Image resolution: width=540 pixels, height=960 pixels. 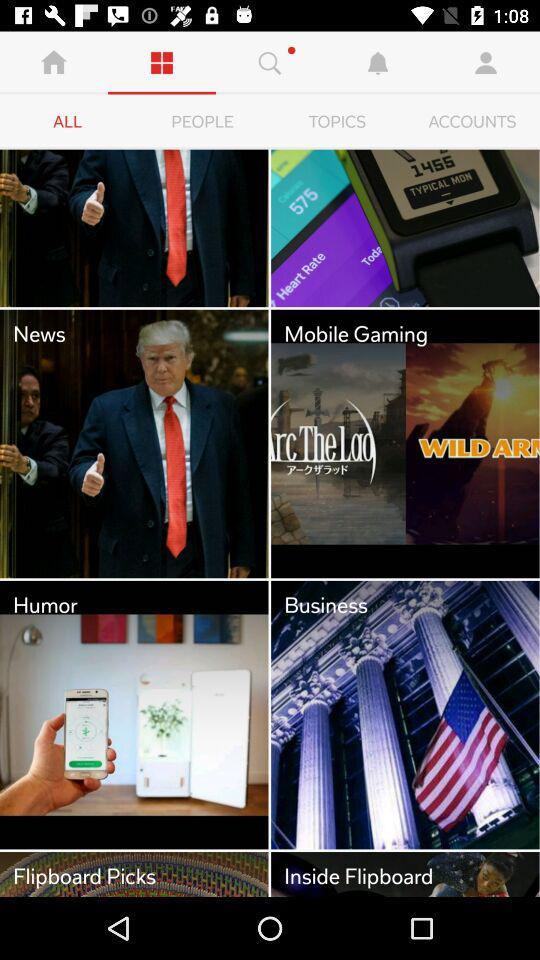 What do you see at coordinates (337, 121) in the screenshot?
I see `the item to the left of the accounts icon` at bounding box center [337, 121].